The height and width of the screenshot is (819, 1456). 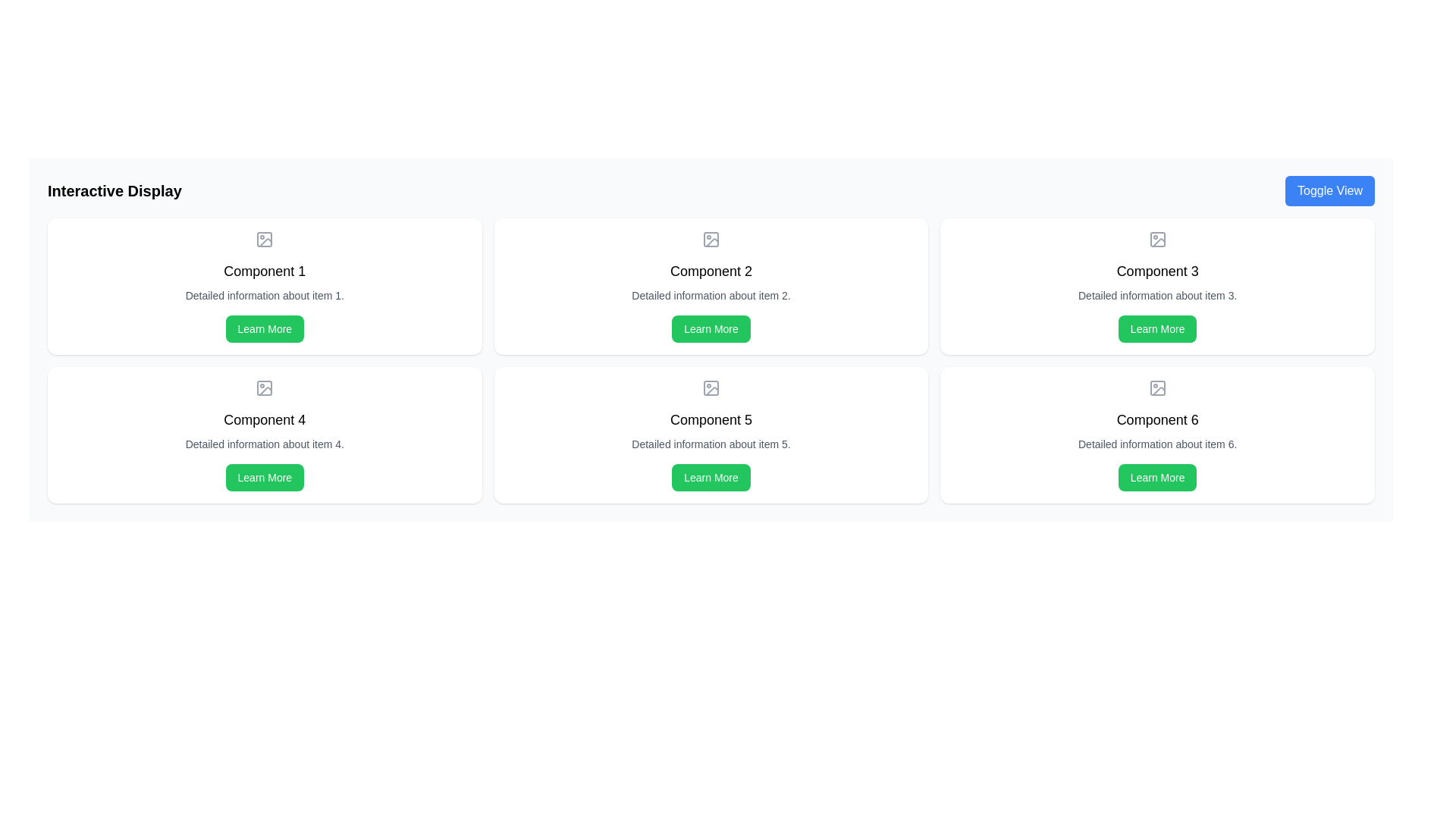 What do you see at coordinates (265, 328) in the screenshot?
I see `the 'Learn More' button, which is the first button in the top row of a grid layout` at bounding box center [265, 328].